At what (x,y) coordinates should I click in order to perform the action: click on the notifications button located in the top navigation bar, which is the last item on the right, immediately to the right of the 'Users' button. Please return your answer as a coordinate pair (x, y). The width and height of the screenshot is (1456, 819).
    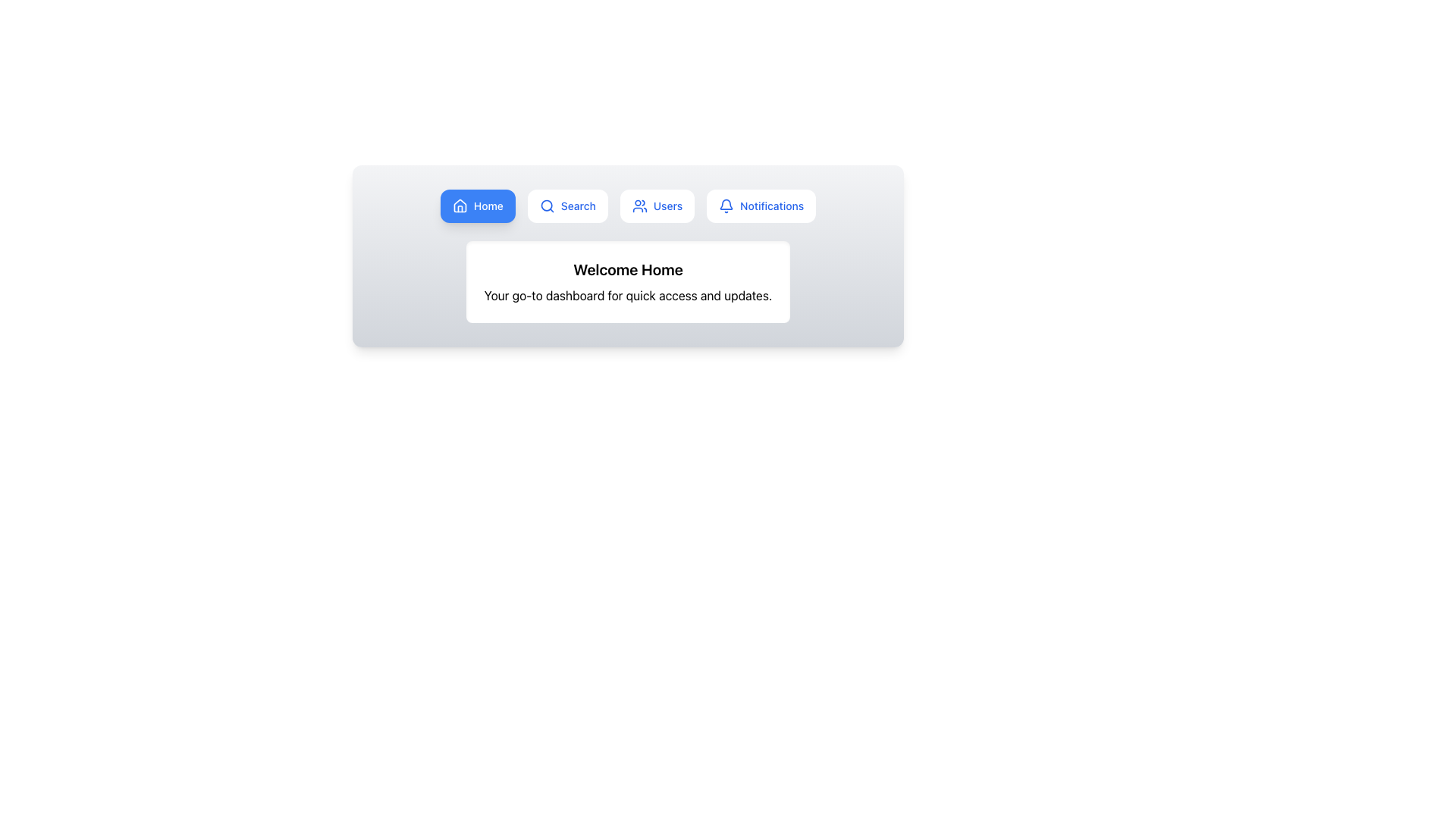
    Looking at the image, I should click on (761, 206).